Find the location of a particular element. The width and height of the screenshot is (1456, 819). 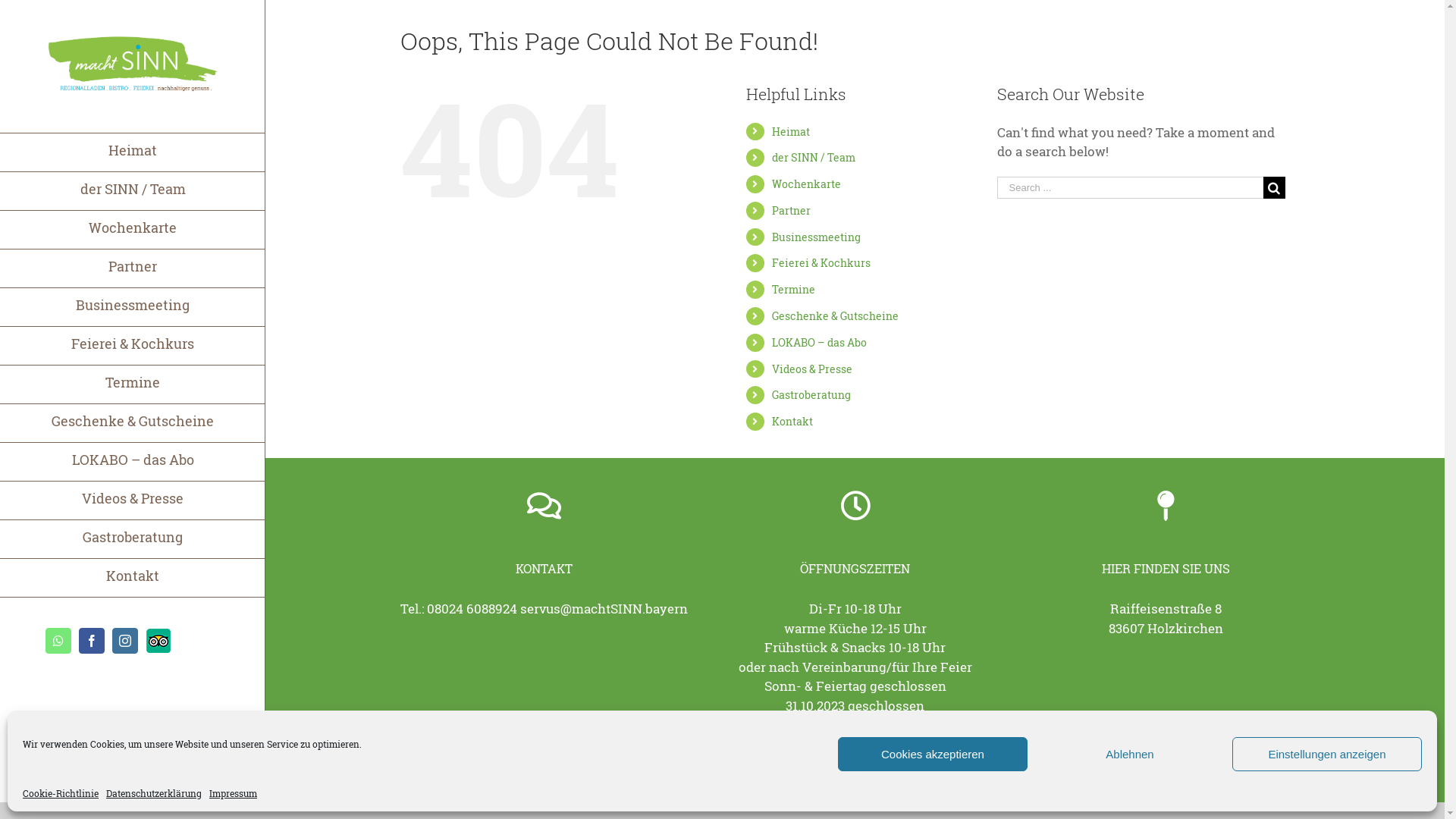

'der SINN / Team' is located at coordinates (813, 157).